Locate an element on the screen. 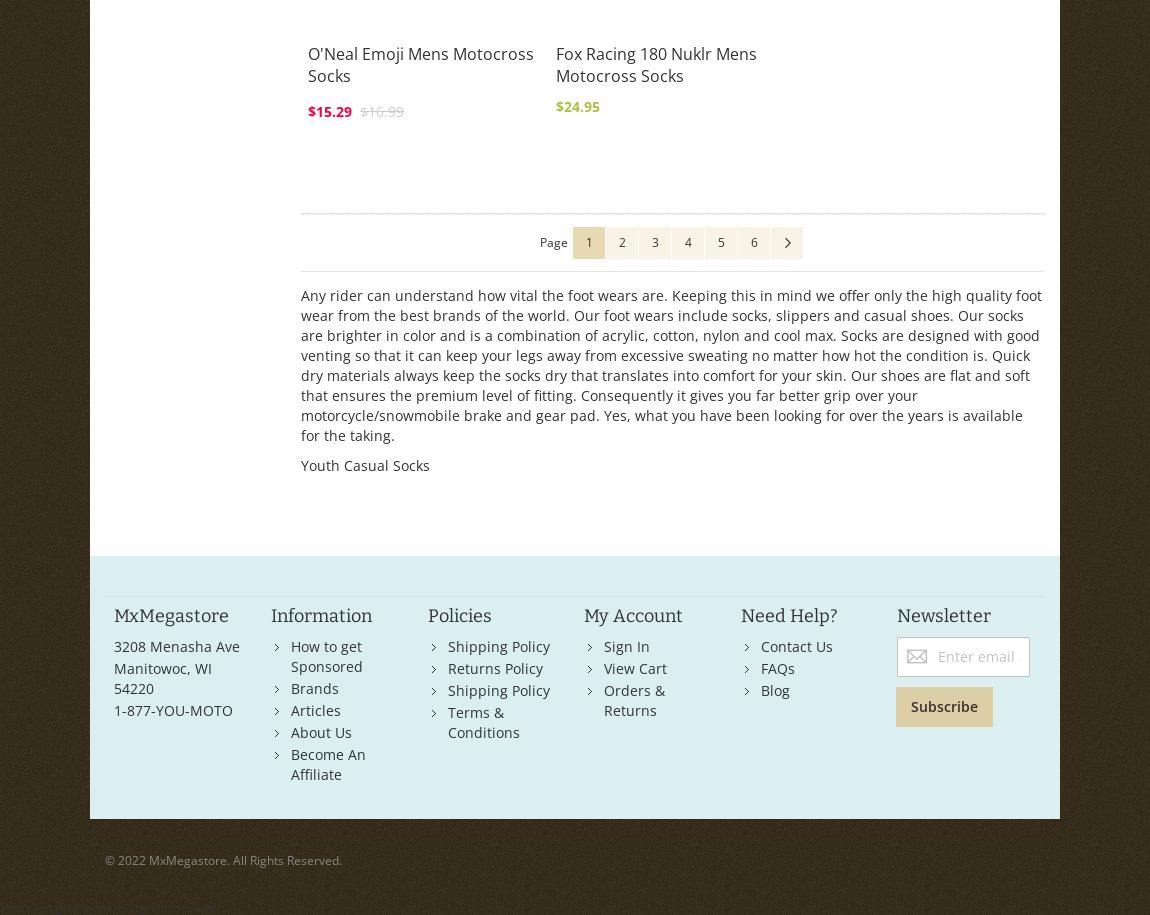 This screenshot has height=915, width=1150. 'Manitowoc, WI 54220' is located at coordinates (161, 676).